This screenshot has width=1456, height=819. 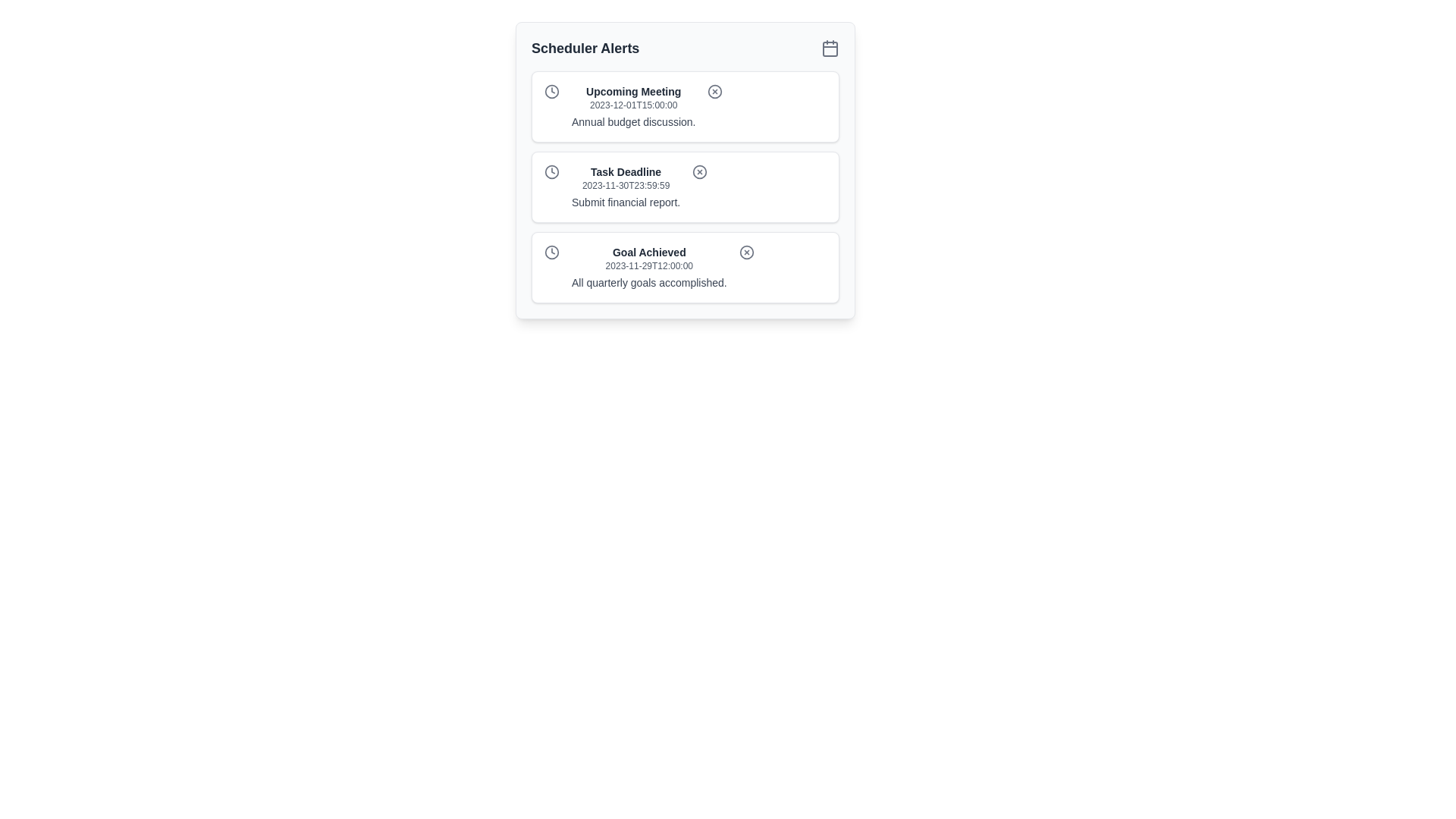 What do you see at coordinates (714, 91) in the screenshot?
I see `the circular close icon next to the 'Upcoming Meeting' title in the scheduler alert box` at bounding box center [714, 91].